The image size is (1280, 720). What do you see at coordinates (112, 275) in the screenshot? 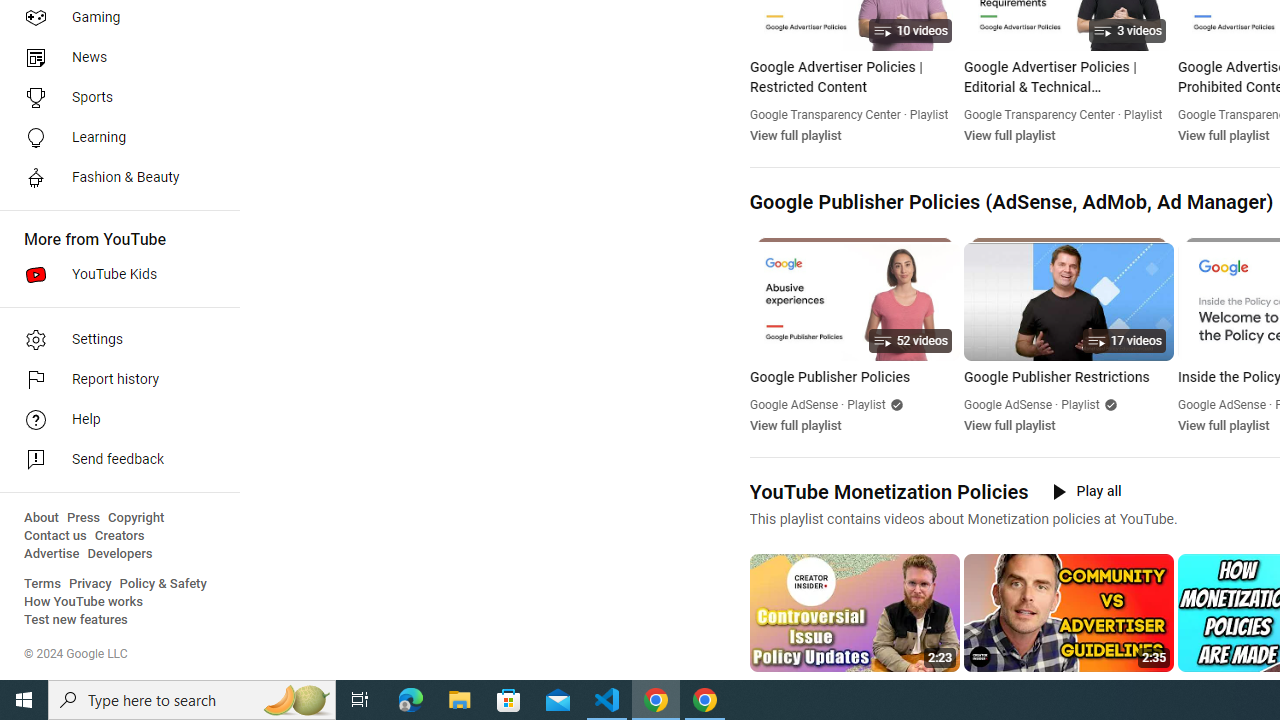
I see `'YouTube Kids'` at bounding box center [112, 275].